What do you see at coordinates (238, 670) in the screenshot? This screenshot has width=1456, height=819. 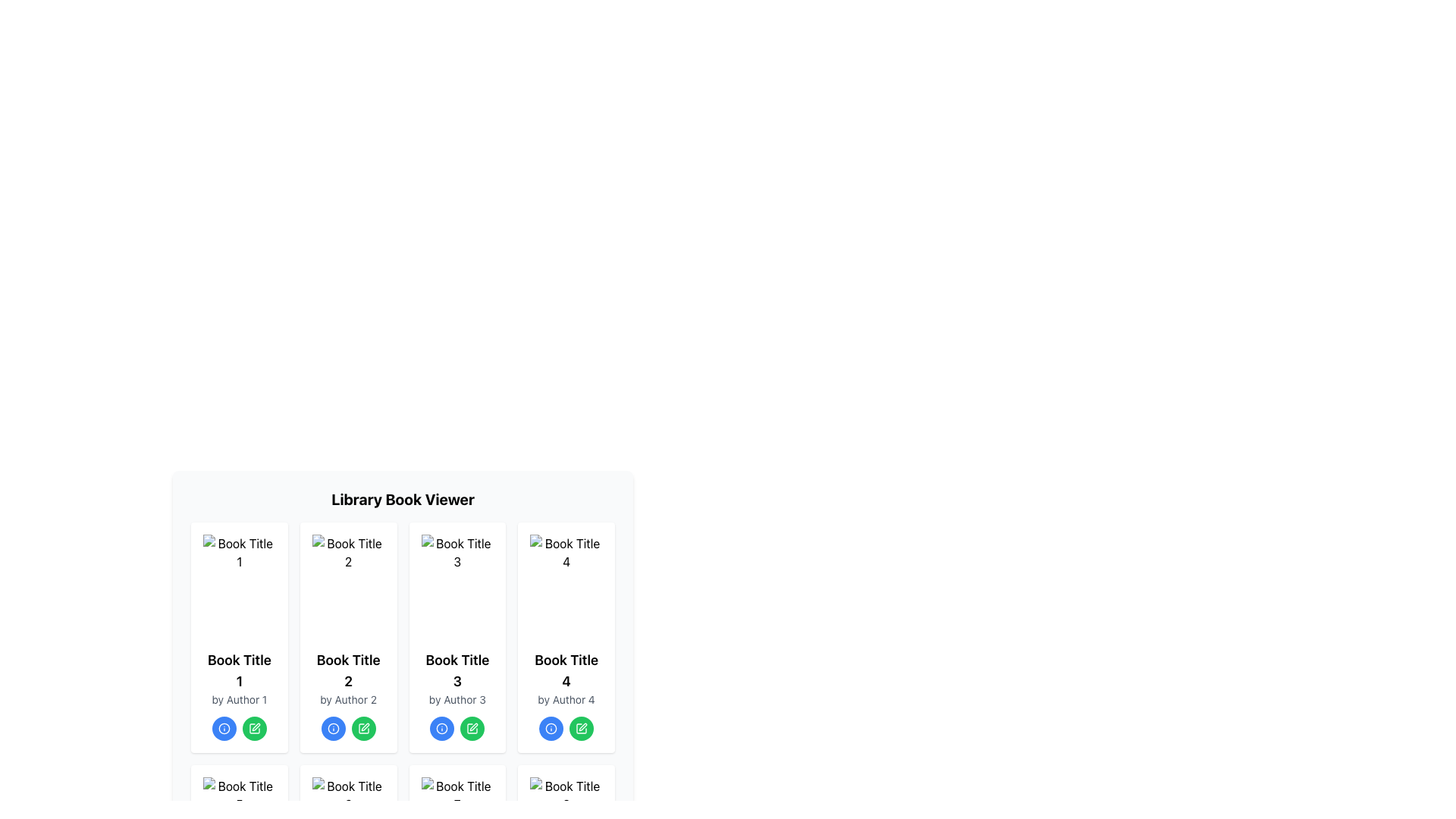 I see `the title text of the first book card in the grid view, which is located below the book cover image` at bounding box center [238, 670].